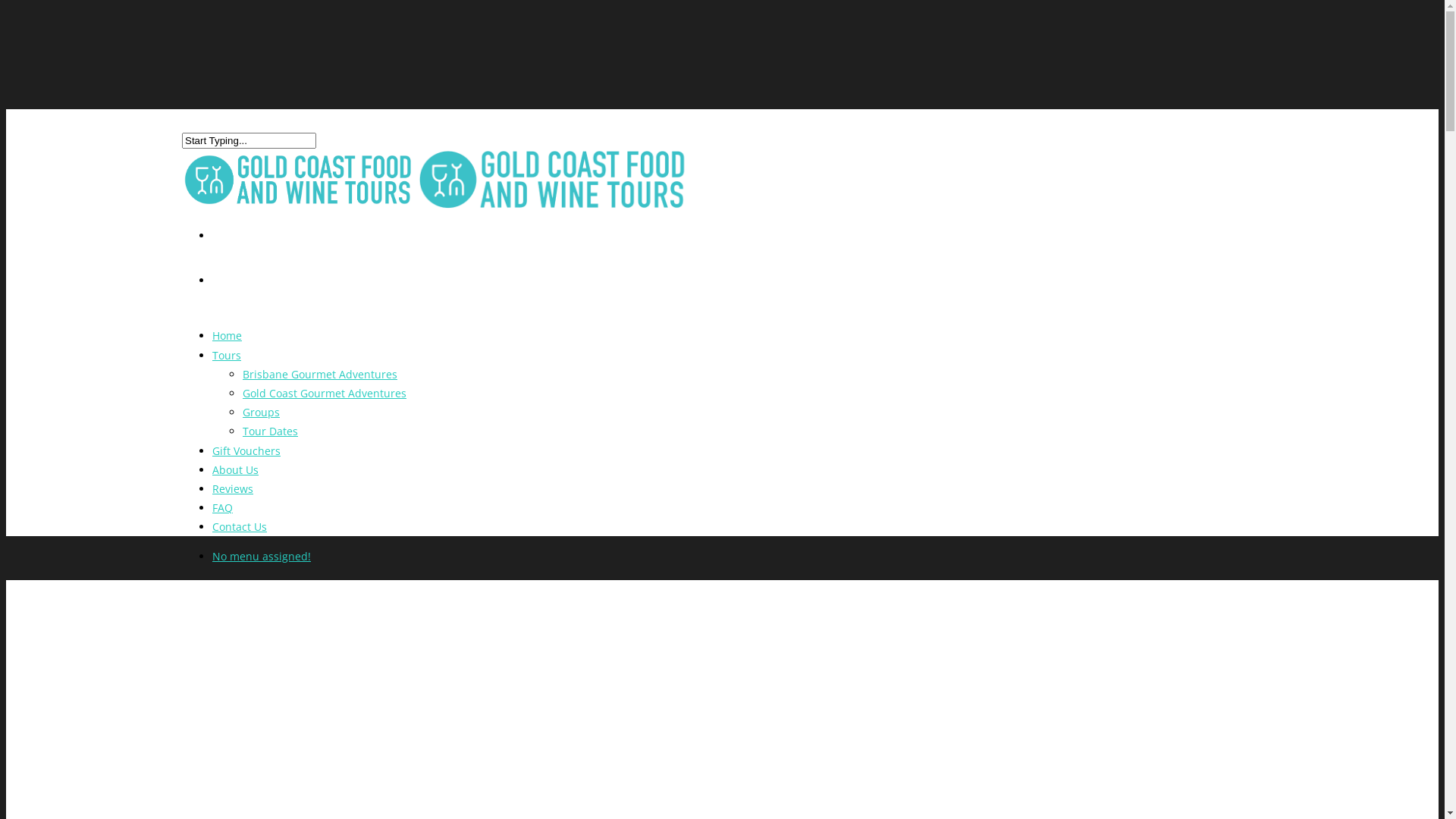 The height and width of the screenshot is (819, 1456). Describe the element at coordinates (323, 392) in the screenshot. I see `'Gold Coast Gourmet Adventures'` at that location.